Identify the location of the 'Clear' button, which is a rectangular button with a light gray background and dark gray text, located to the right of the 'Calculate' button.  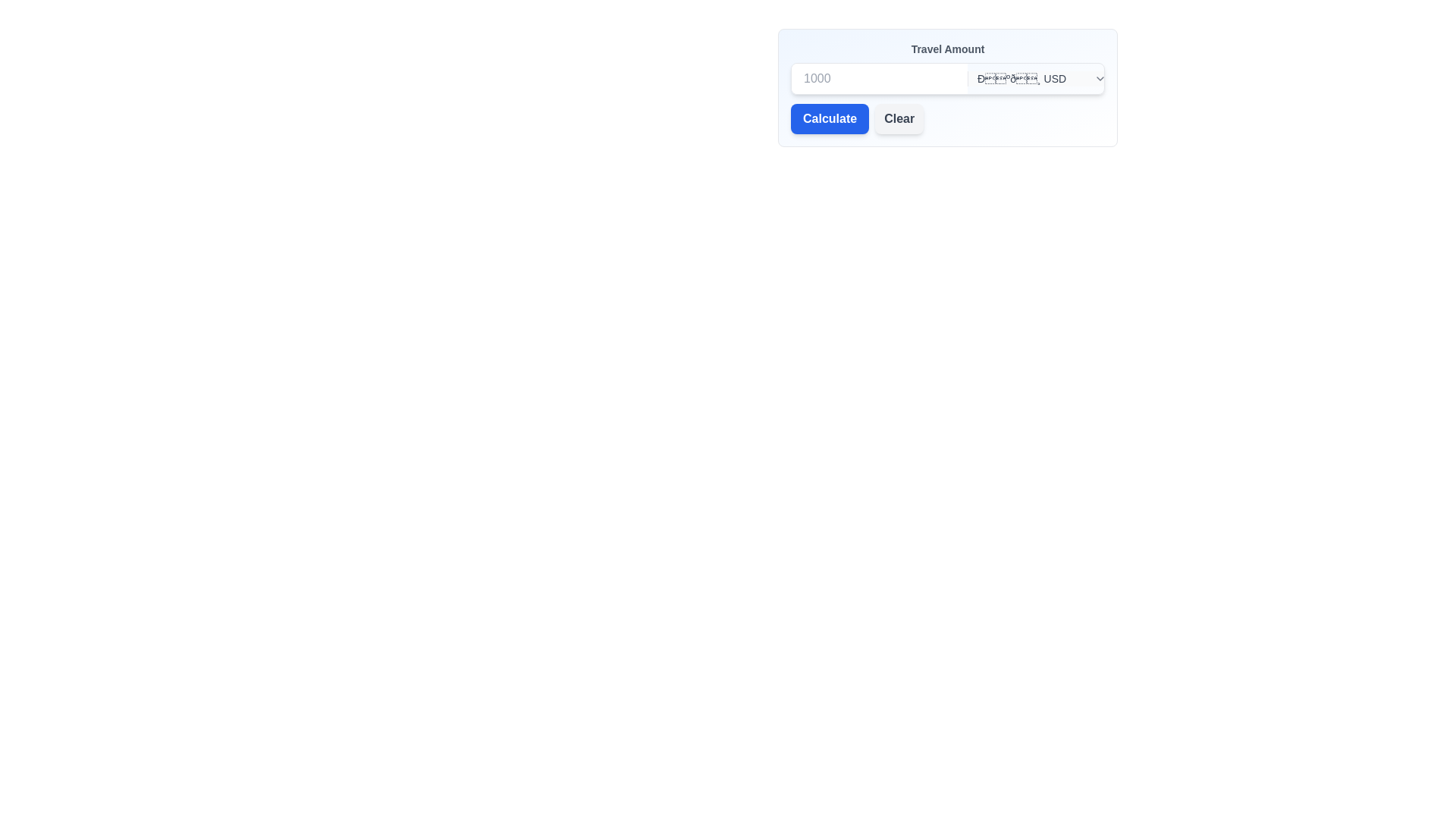
(899, 118).